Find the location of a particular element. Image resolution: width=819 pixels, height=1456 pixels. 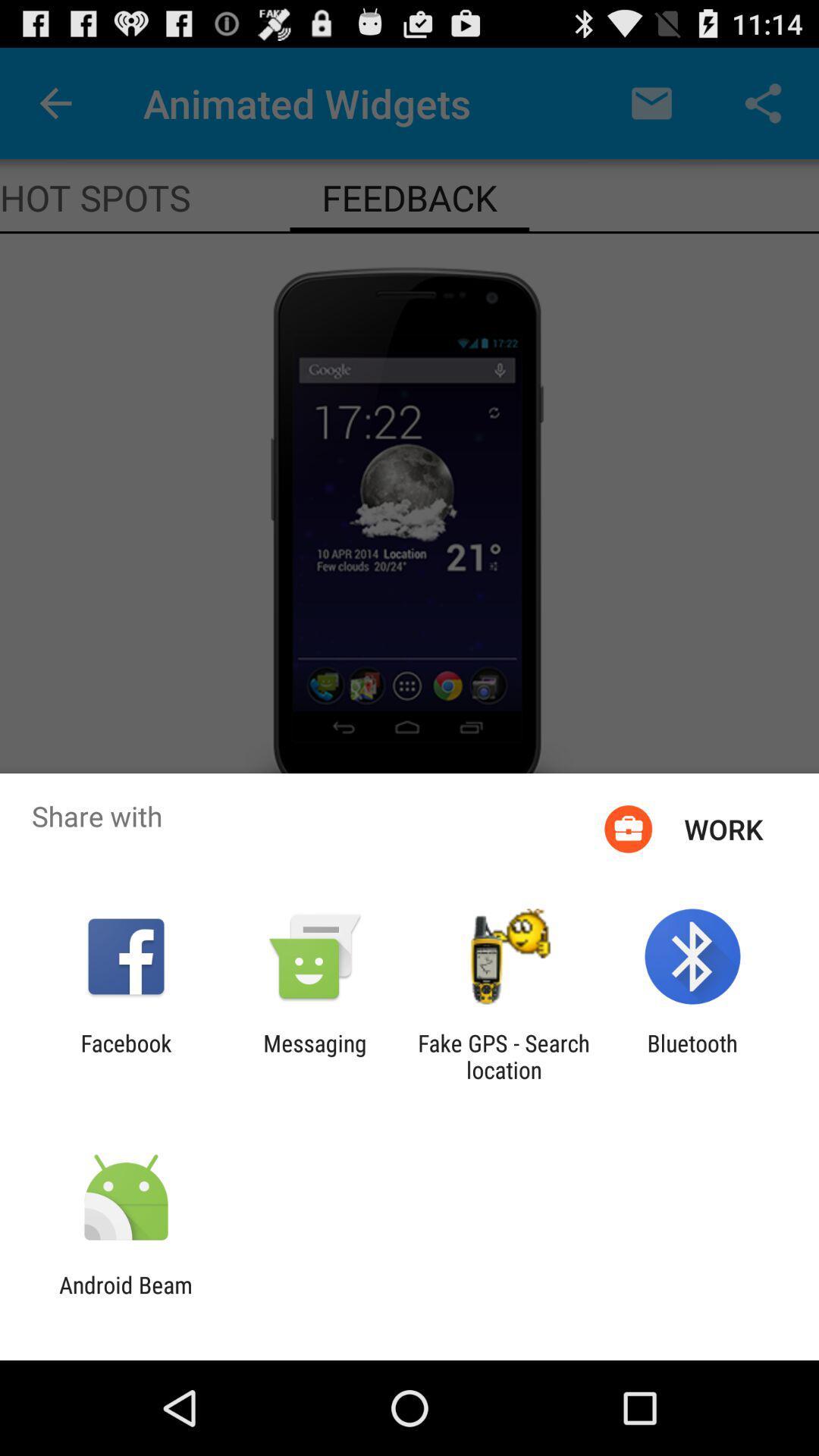

item at the bottom right corner is located at coordinates (692, 1056).